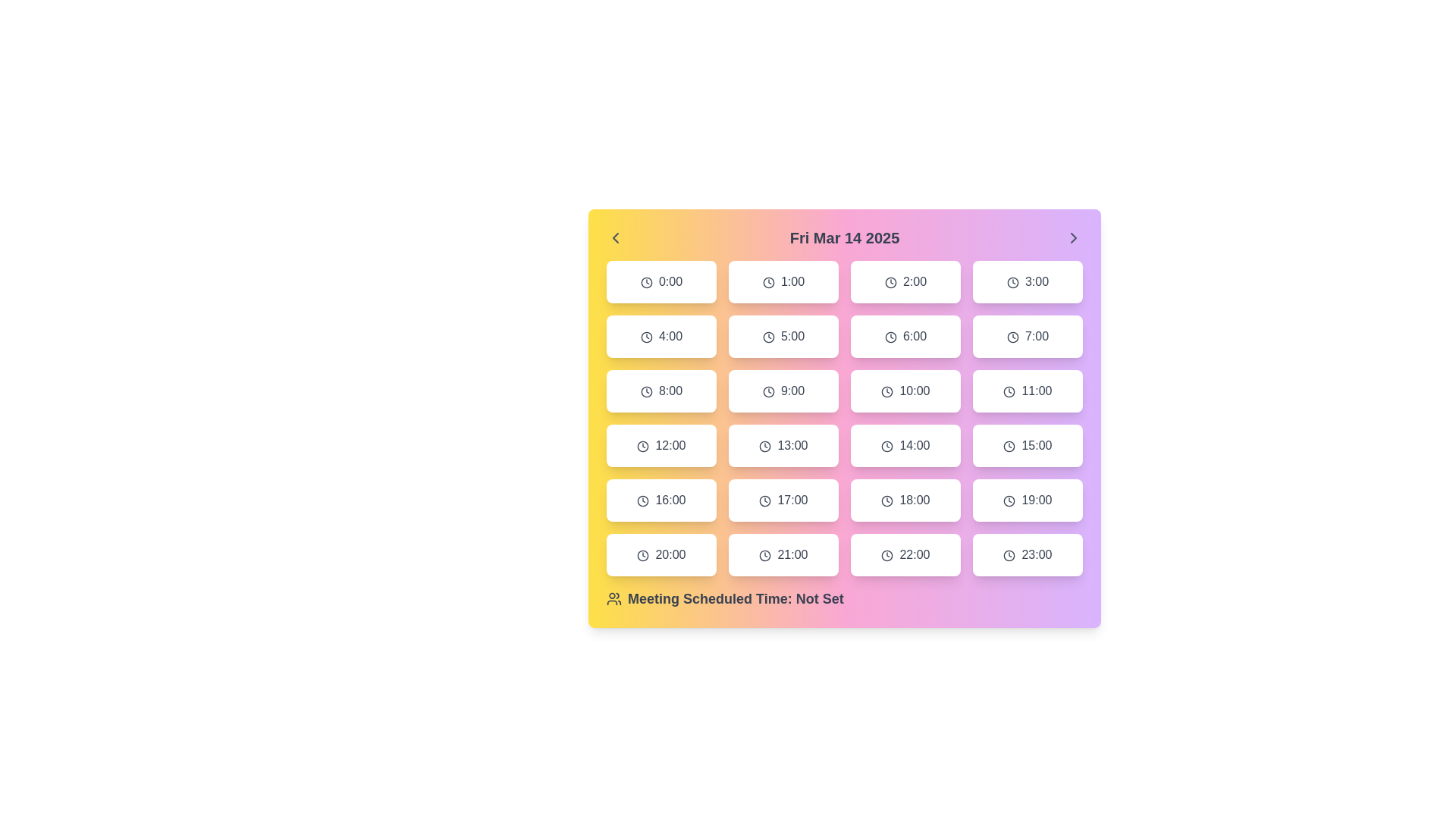  Describe the element at coordinates (1012, 336) in the screenshot. I see `circular clock icon located in the '7:00' time slot of the grid, which is positioned in the rightmost position of the second row` at that location.